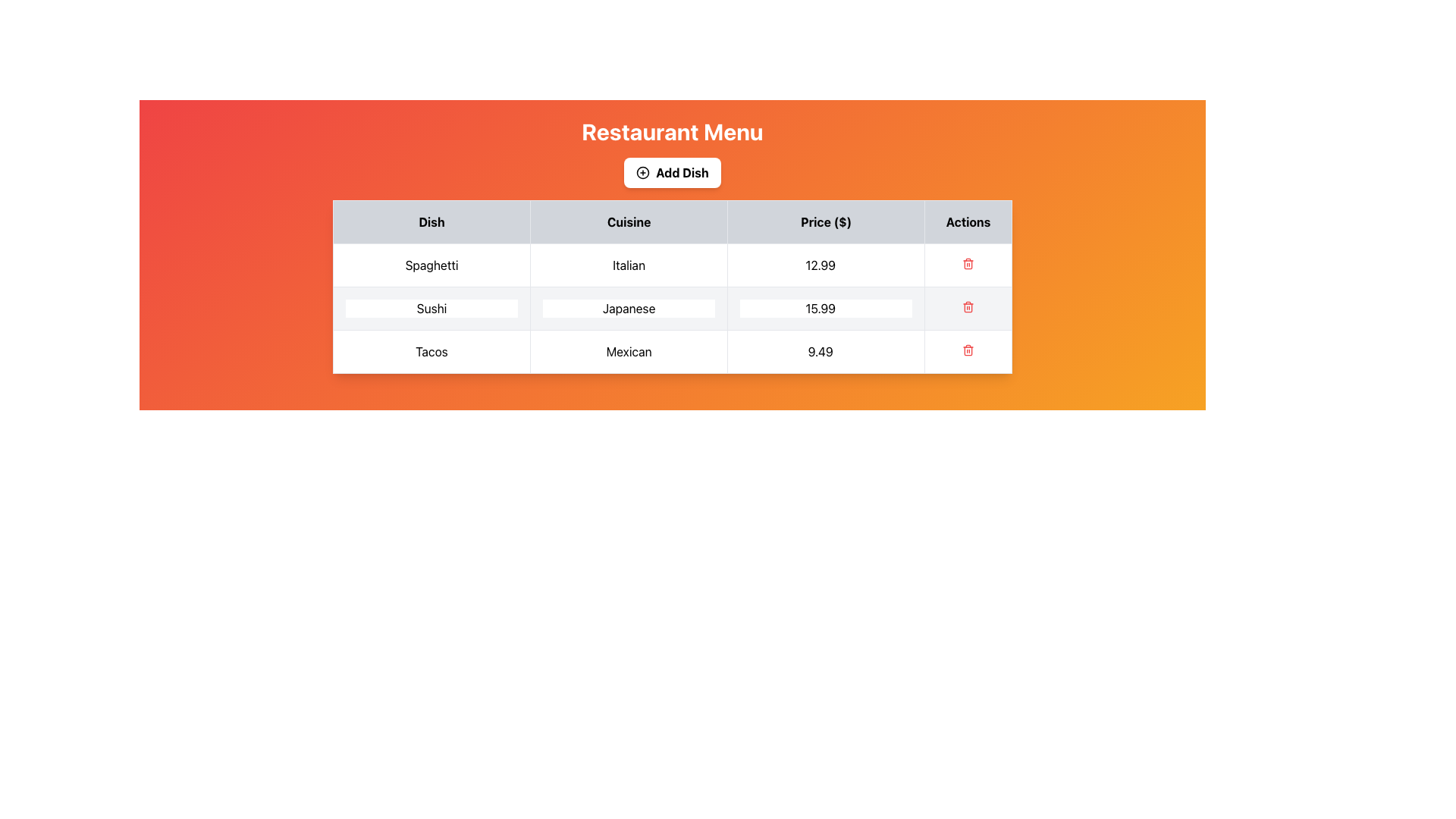 The height and width of the screenshot is (819, 1456). What do you see at coordinates (629, 351) in the screenshot?
I see `the text display indicating the cuisine type for the dish 'Tacos' in the restaurant menu, located in the third row and second column of the table` at bounding box center [629, 351].